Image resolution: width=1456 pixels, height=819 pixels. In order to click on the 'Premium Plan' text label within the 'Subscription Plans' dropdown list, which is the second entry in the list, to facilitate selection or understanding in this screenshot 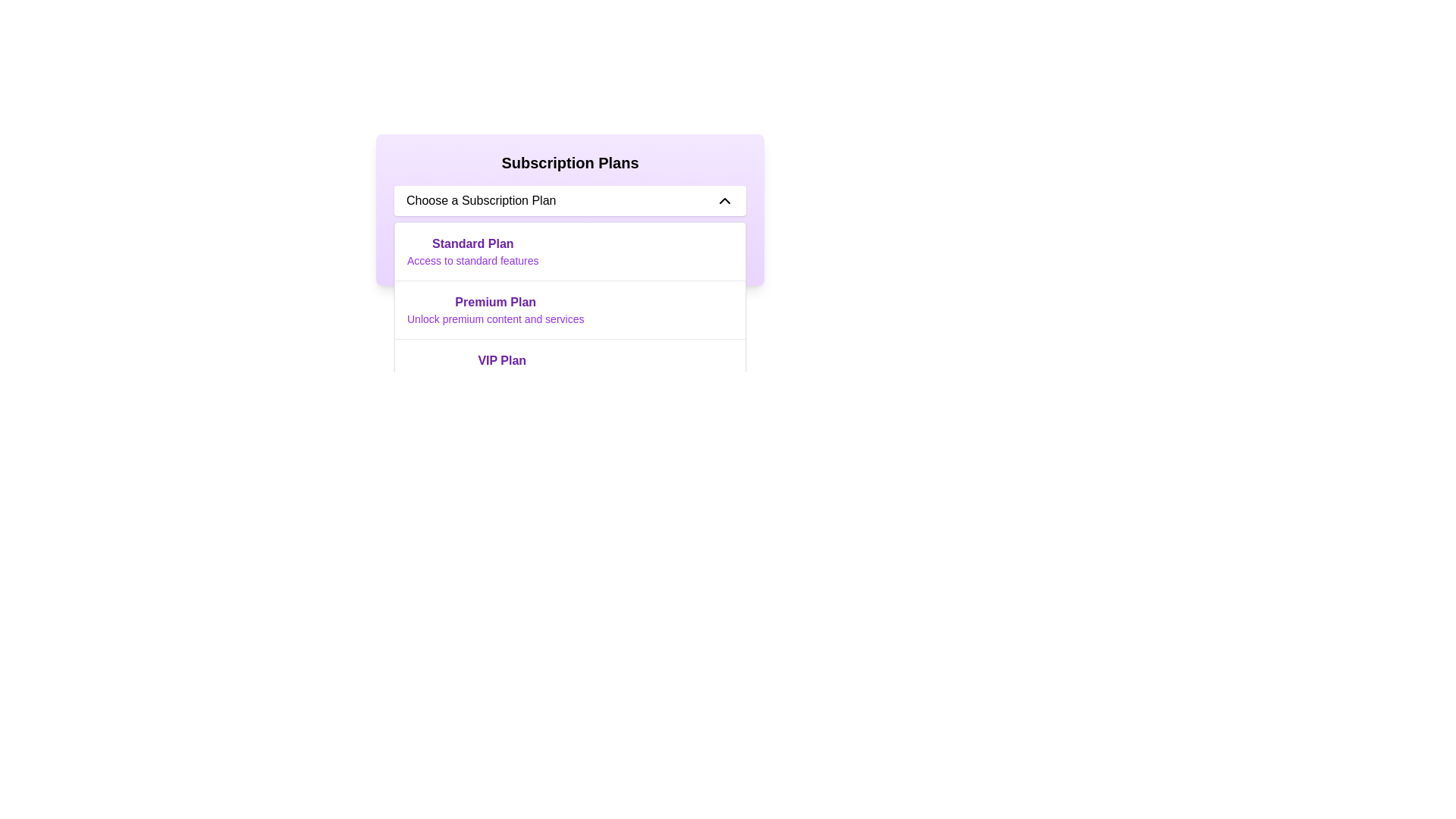, I will do `click(495, 302)`.